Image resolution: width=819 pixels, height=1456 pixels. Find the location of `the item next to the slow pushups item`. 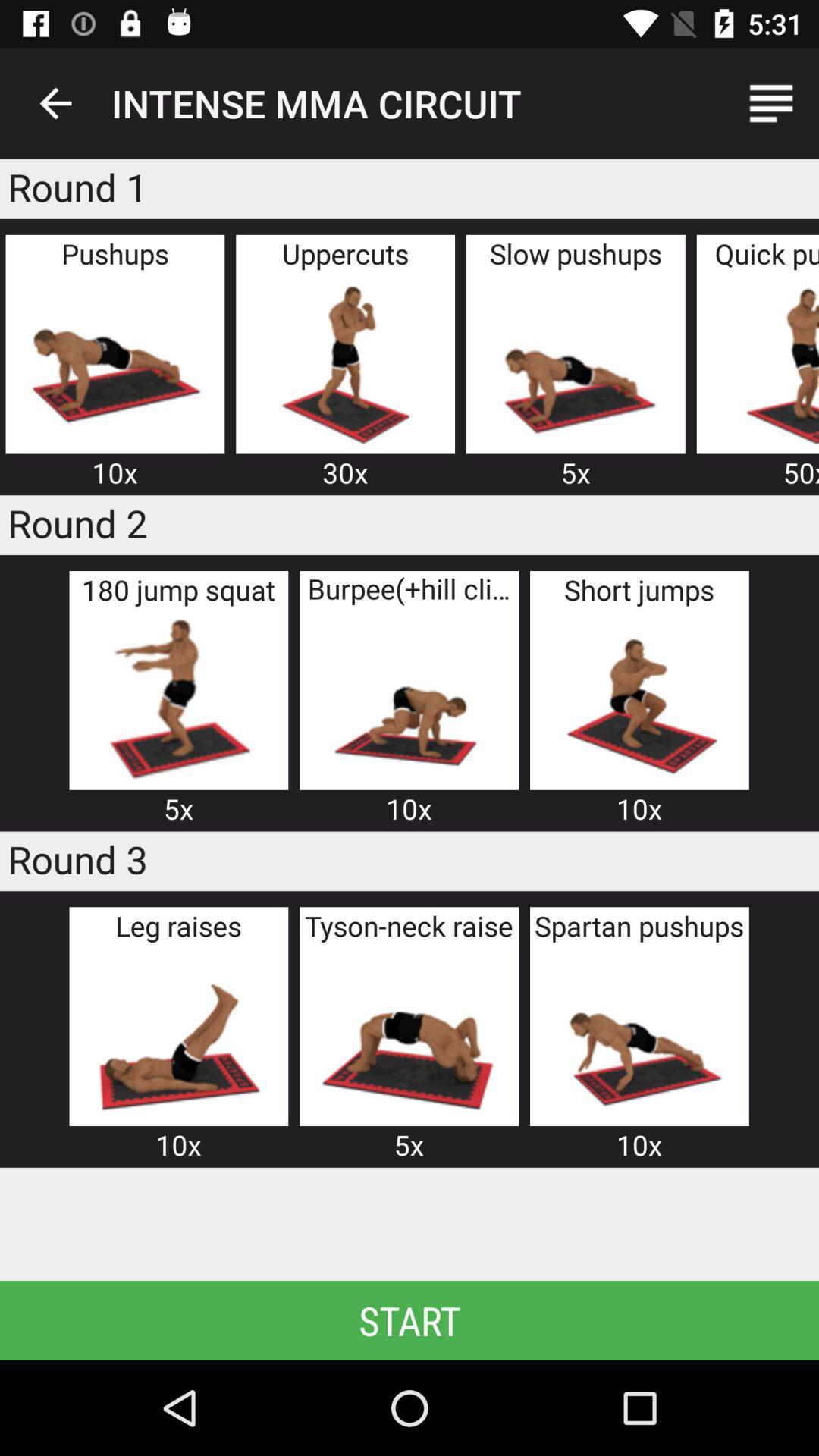

the item next to the slow pushups item is located at coordinates (345, 362).